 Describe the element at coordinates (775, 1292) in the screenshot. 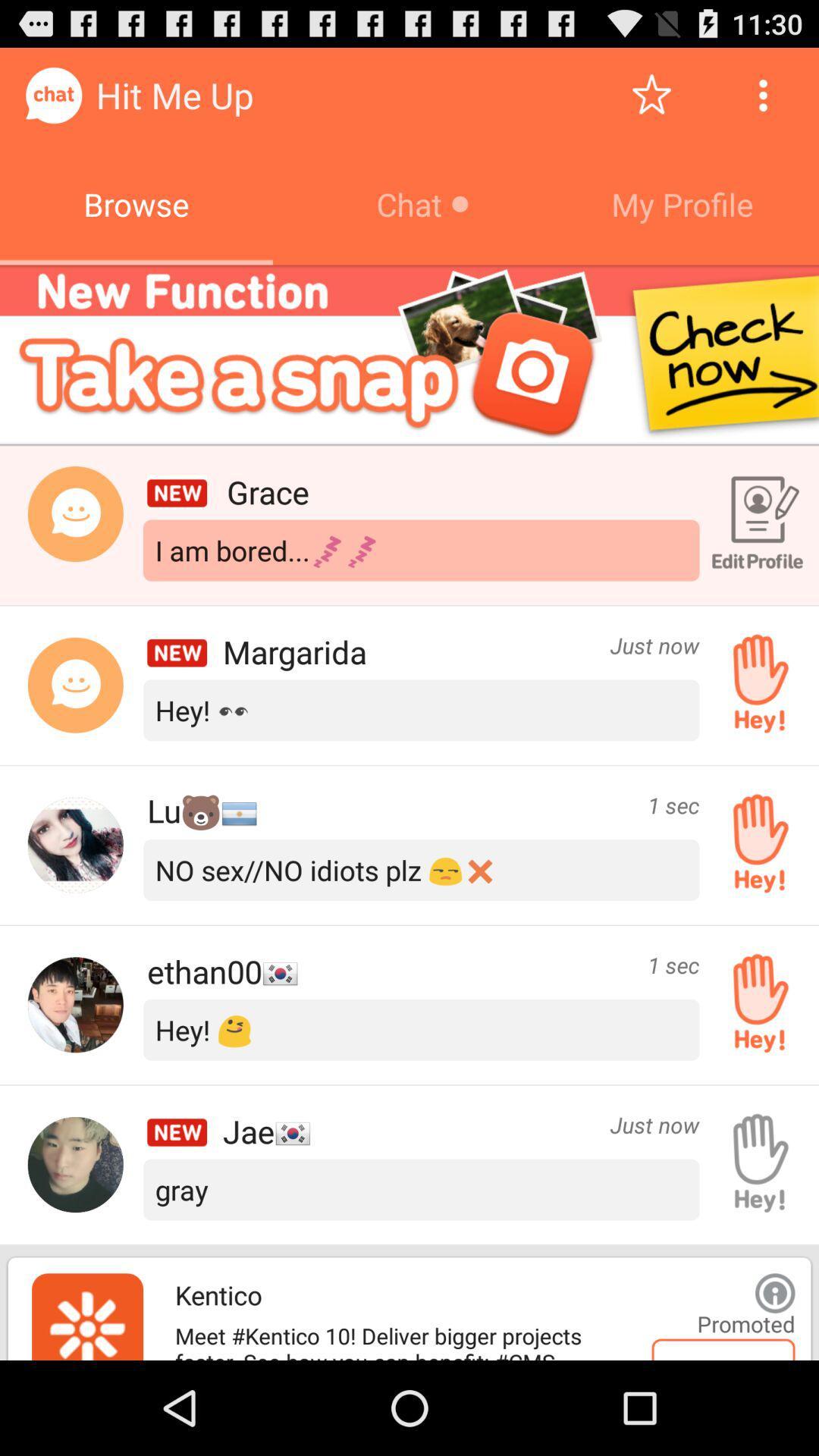

I see `get promoter 's information` at that location.